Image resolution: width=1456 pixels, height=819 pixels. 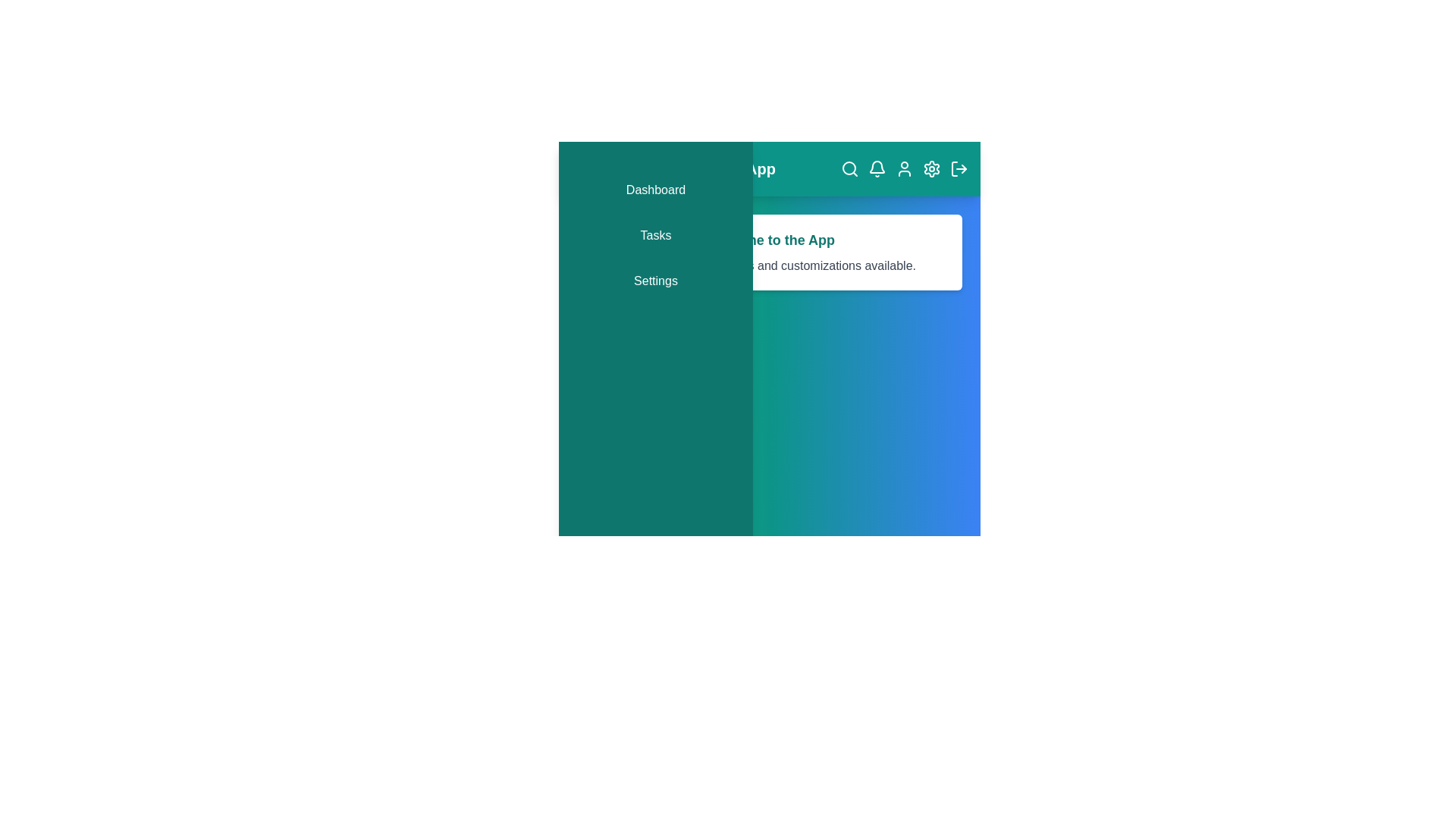 What do you see at coordinates (905, 169) in the screenshot?
I see `the 'User' icon to access user-related options` at bounding box center [905, 169].